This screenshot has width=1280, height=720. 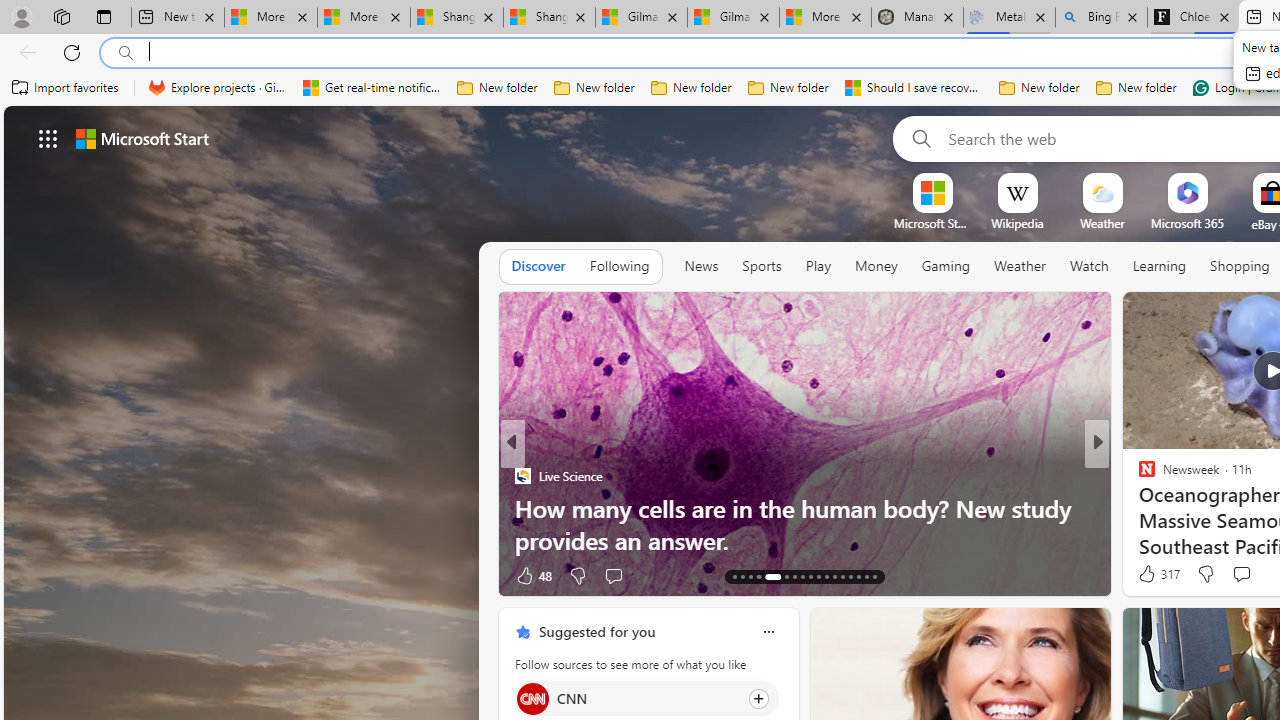 I want to click on 'AutomationID: tab-14', so click(x=742, y=577).